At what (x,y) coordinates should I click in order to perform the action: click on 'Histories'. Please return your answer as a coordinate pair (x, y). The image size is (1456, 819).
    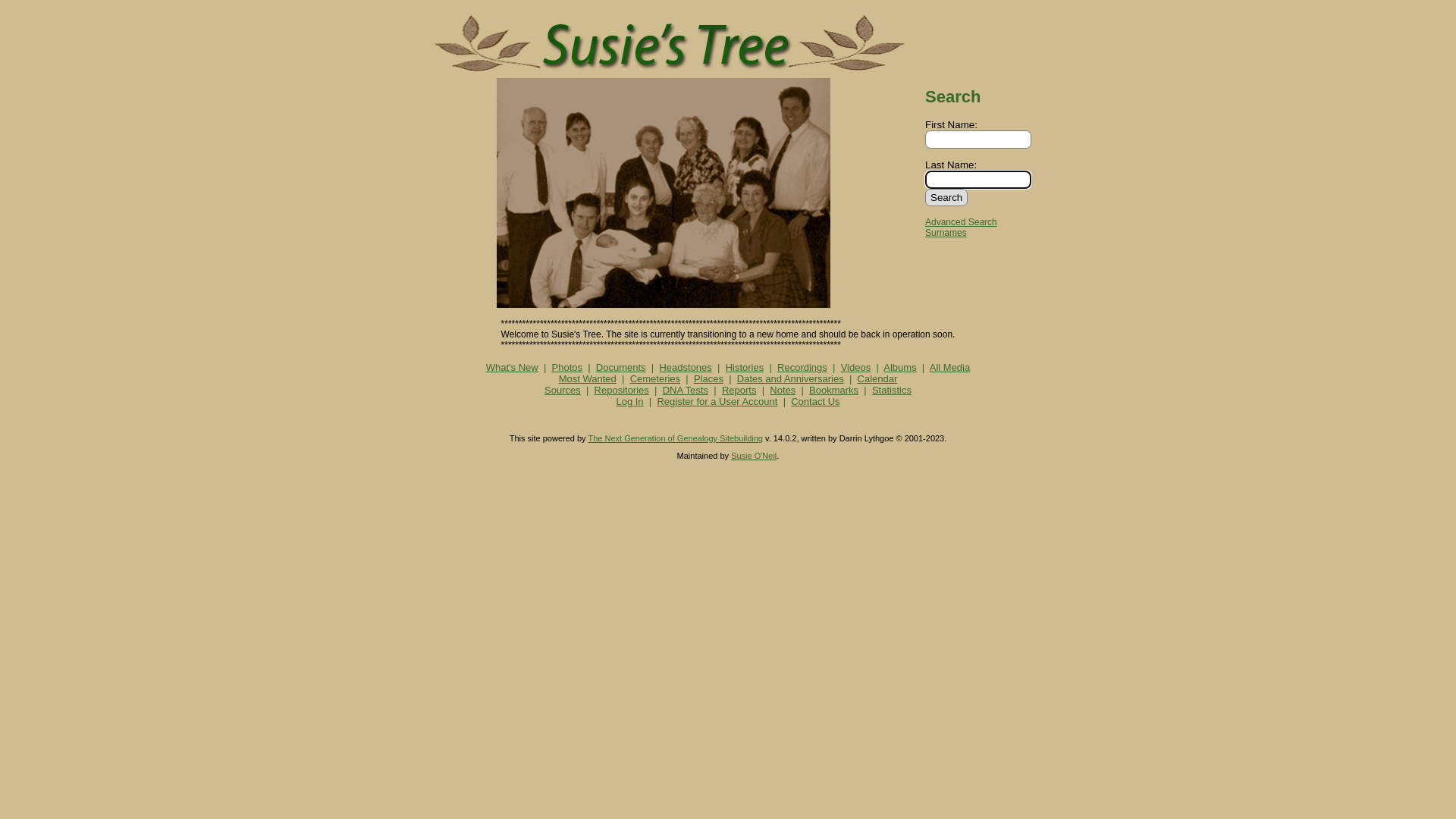
    Looking at the image, I should click on (745, 367).